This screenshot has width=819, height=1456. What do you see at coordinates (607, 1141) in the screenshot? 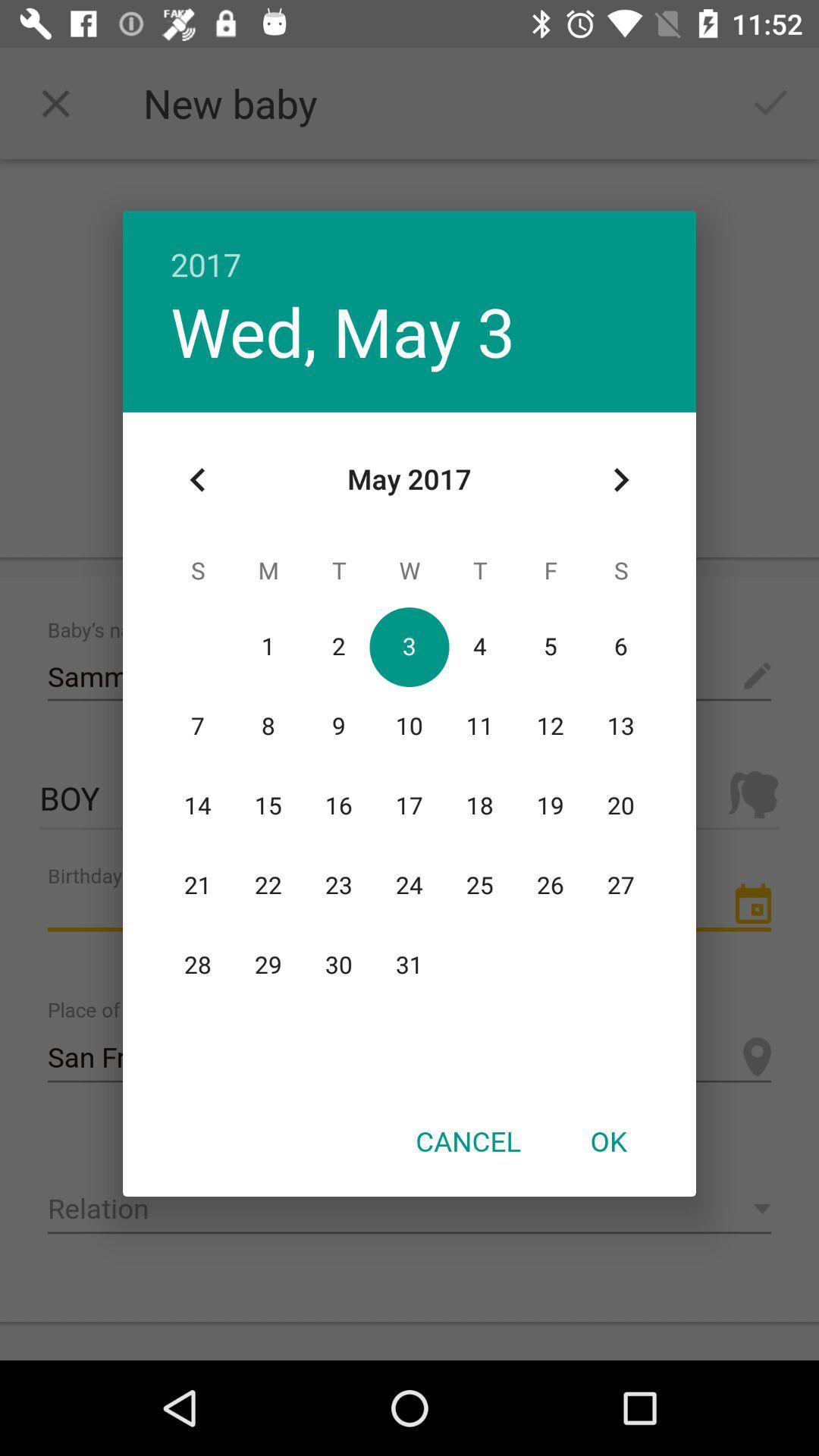
I see `item to the right of the cancel icon` at bounding box center [607, 1141].